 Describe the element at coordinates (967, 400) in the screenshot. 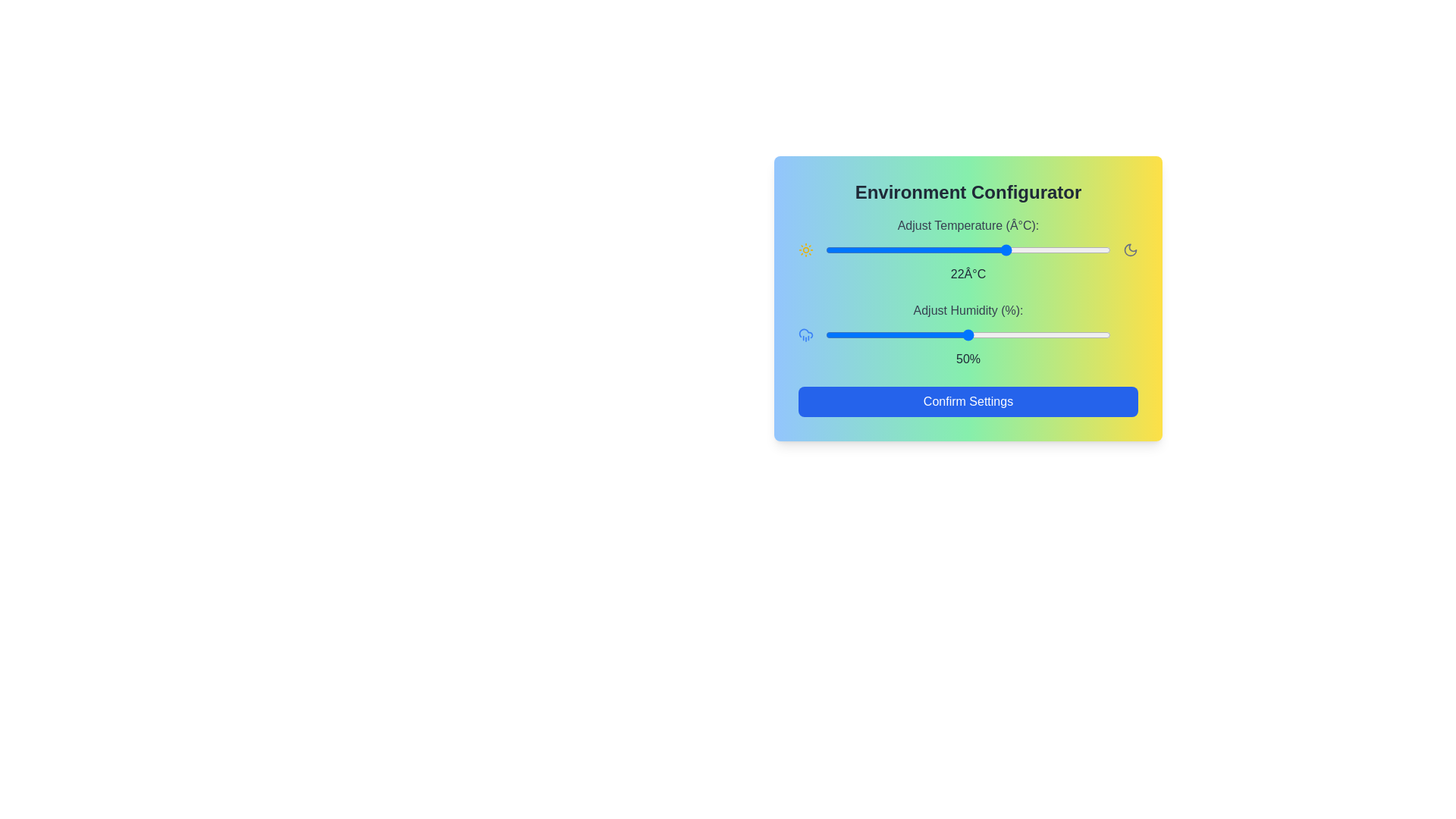

I see `'Confirm Settings' button to confirm the selected temperature and humidity settings` at that location.